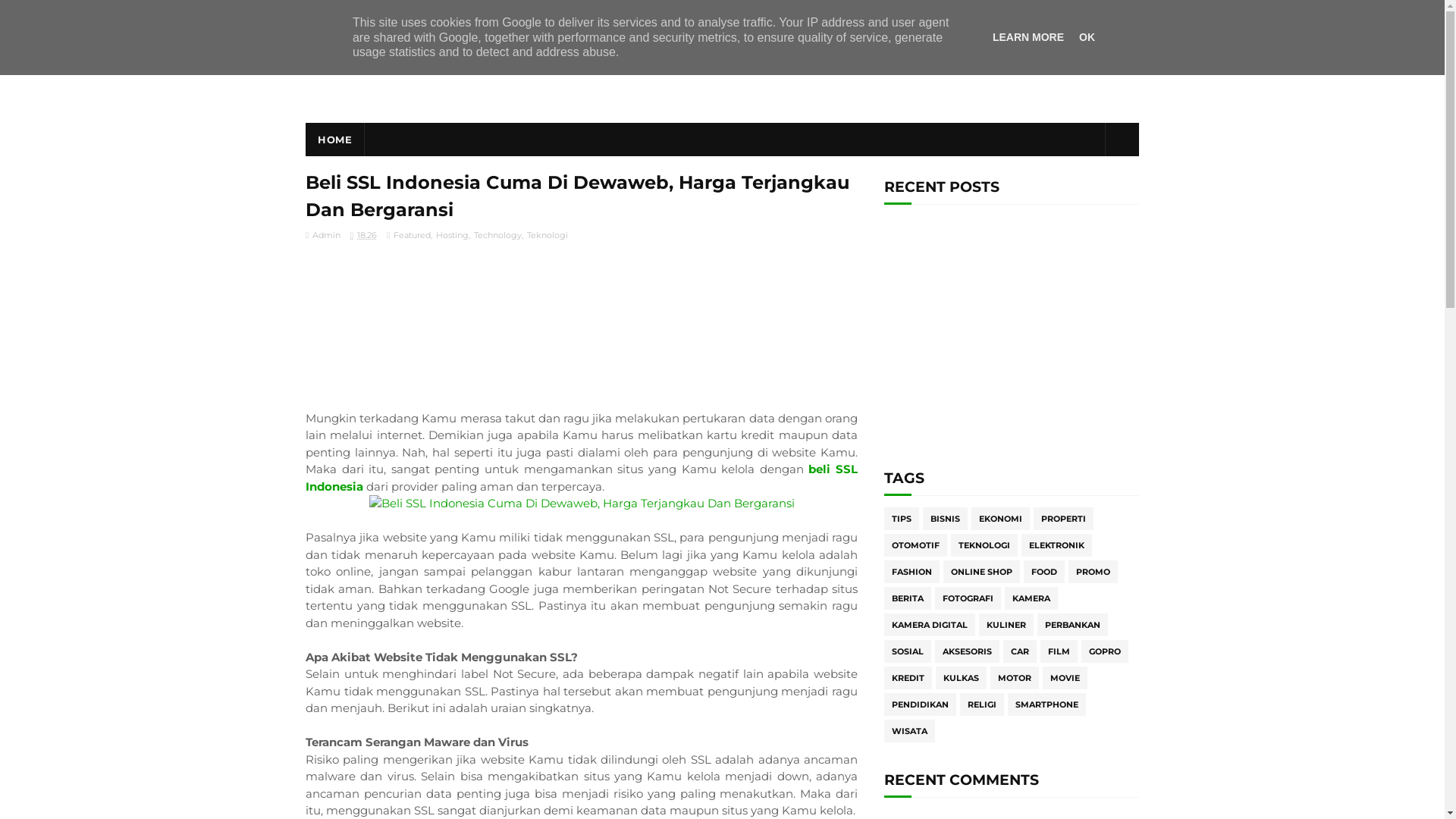  Describe the element at coordinates (1093, 571) in the screenshot. I see `'PROMO'` at that location.